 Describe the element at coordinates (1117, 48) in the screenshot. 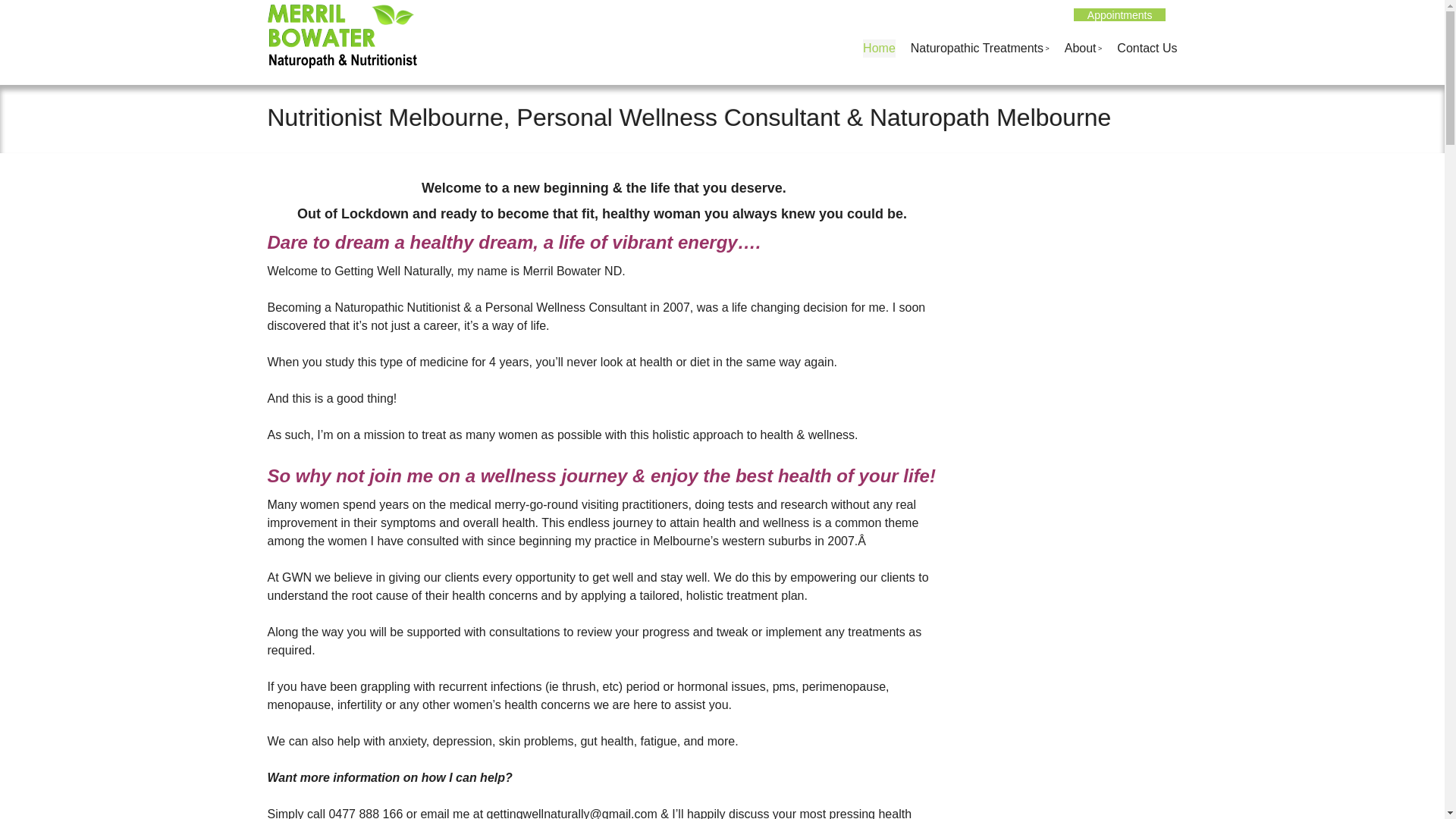

I see `'Contact Us'` at that location.